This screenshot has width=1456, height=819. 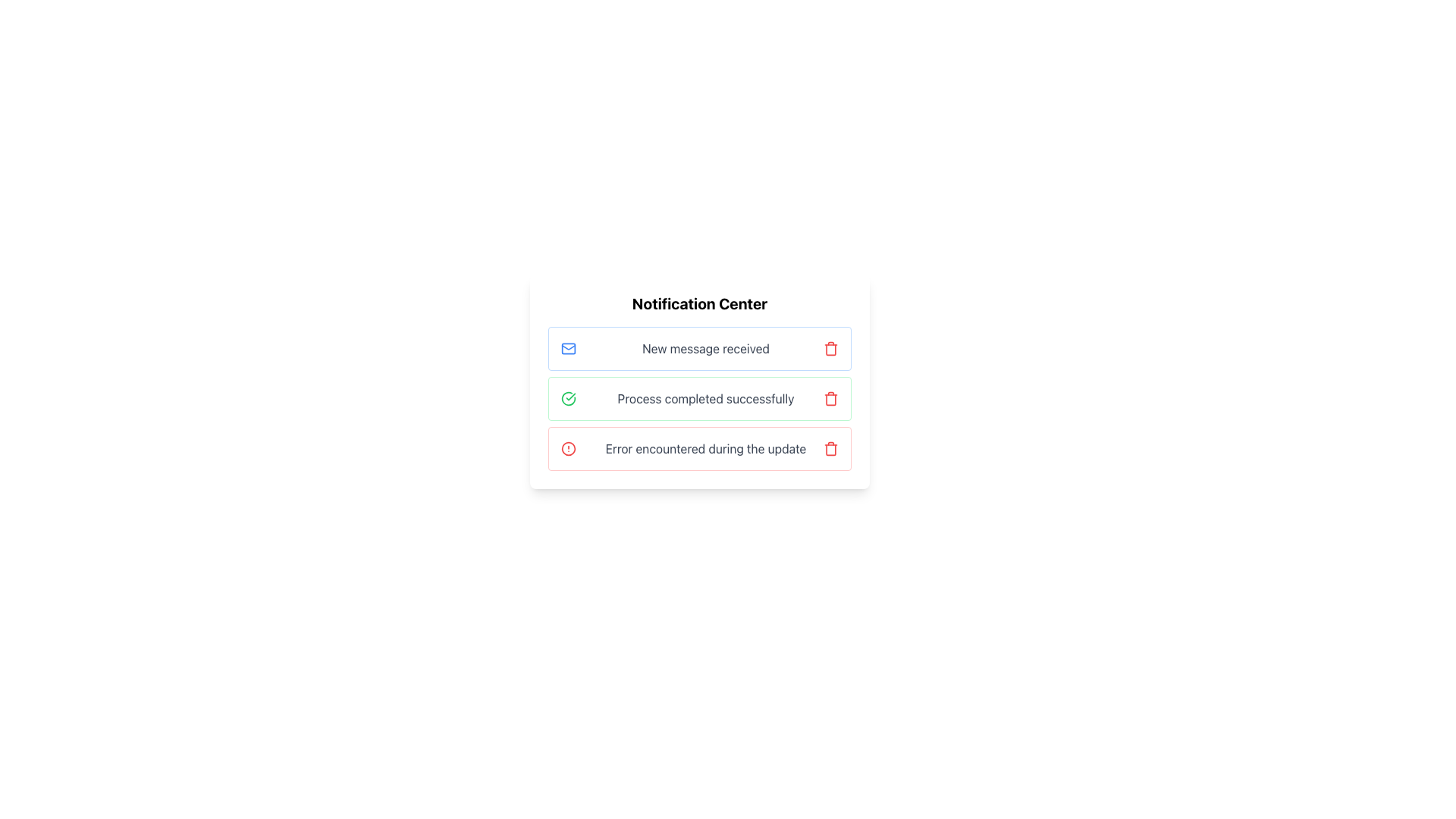 I want to click on the red trash bin icon button located in the notification message box labeled 'Process completed successfully' to trigger styling effects, so click(x=830, y=397).